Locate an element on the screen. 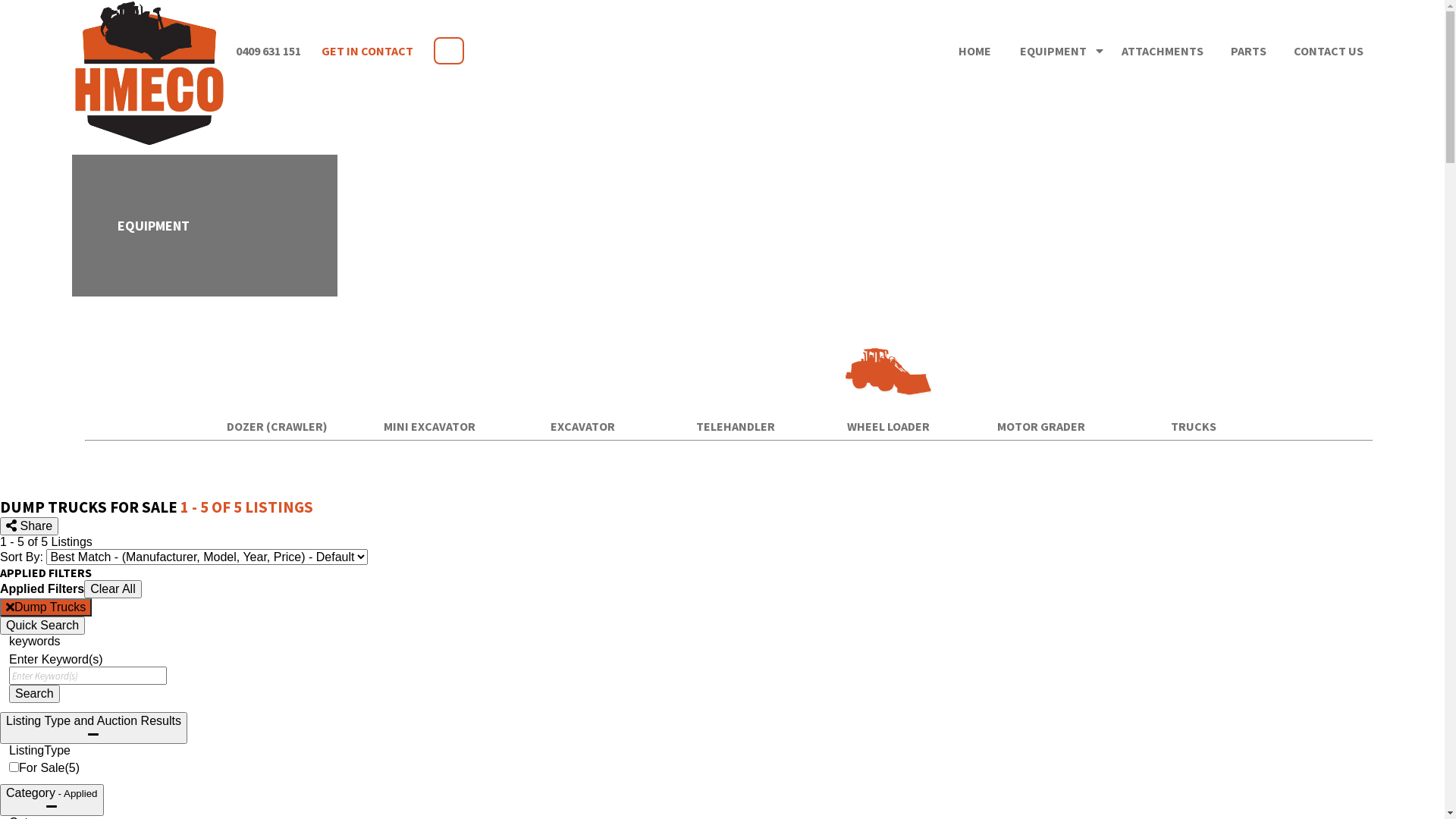  'Search' is located at coordinates (34, 693).